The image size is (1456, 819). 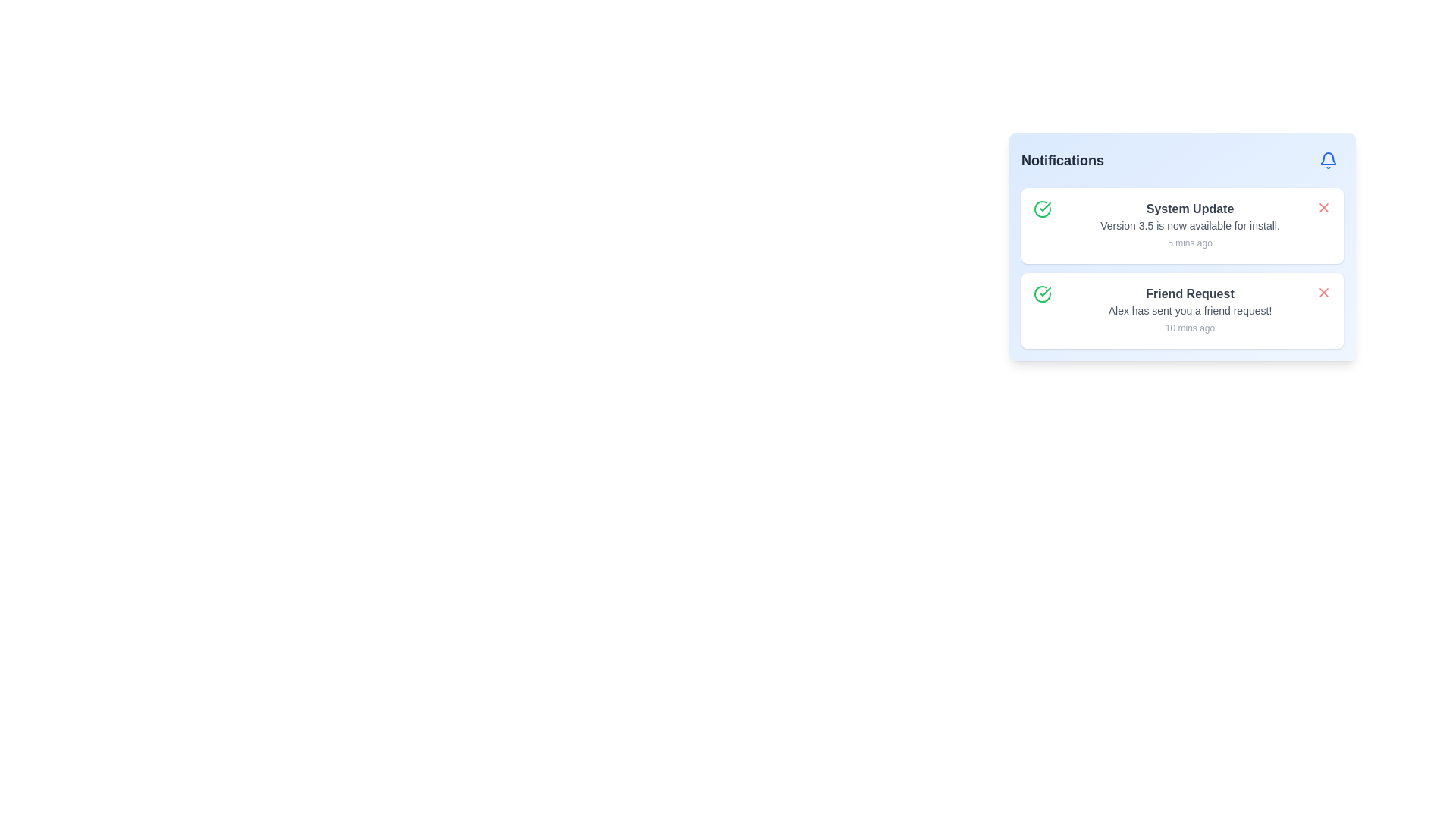 What do you see at coordinates (1323, 292) in the screenshot?
I see `keyboard navigation` at bounding box center [1323, 292].